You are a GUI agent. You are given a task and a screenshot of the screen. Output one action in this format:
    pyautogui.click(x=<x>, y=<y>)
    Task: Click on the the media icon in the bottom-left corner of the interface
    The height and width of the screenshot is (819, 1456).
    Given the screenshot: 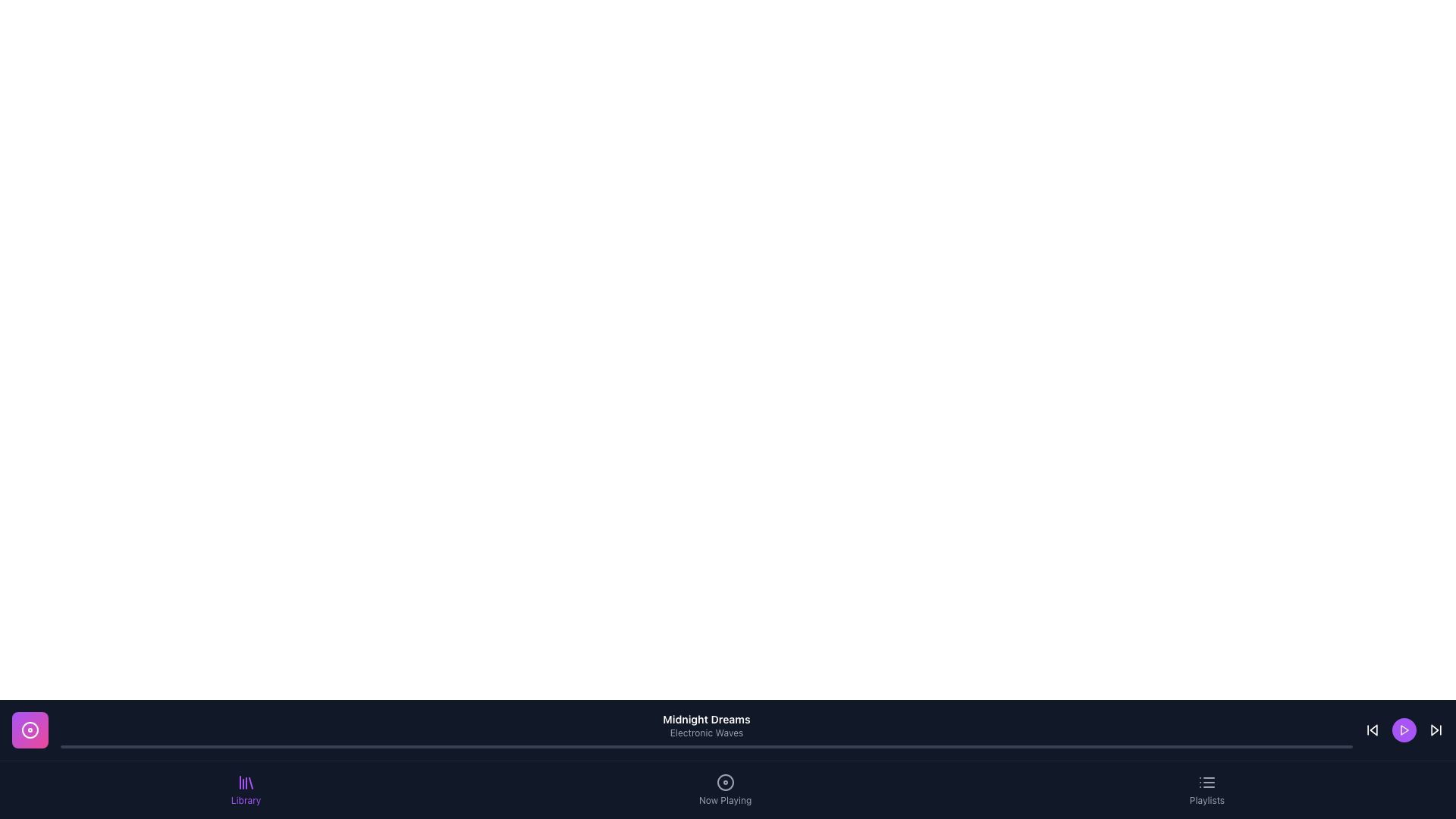 What is the action you would take?
    pyautogui.click(x=30, y=730)
    